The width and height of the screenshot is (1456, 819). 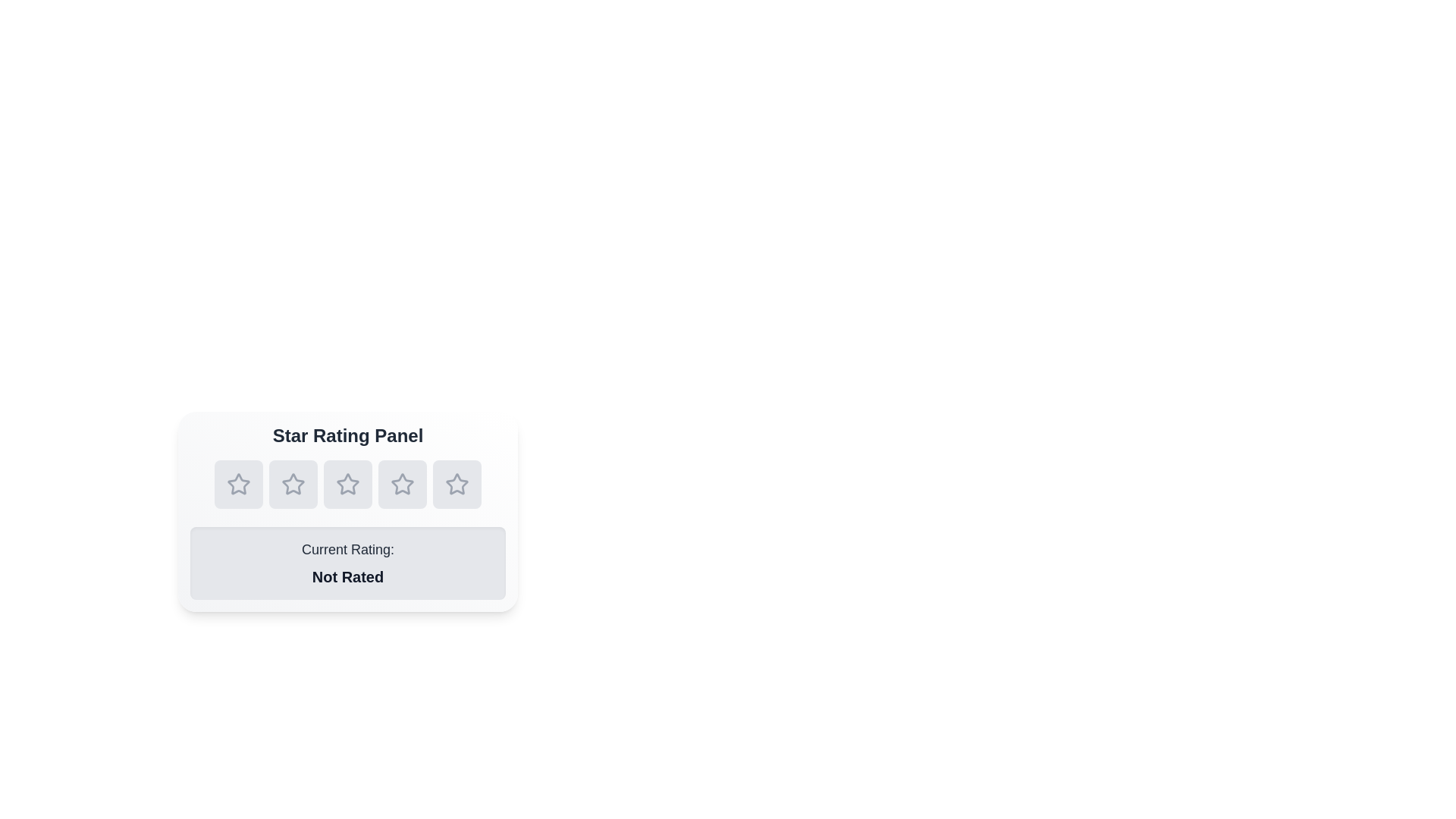 I want to click on the third star icon from the left in the rating interface, so click(x=347, y=485).